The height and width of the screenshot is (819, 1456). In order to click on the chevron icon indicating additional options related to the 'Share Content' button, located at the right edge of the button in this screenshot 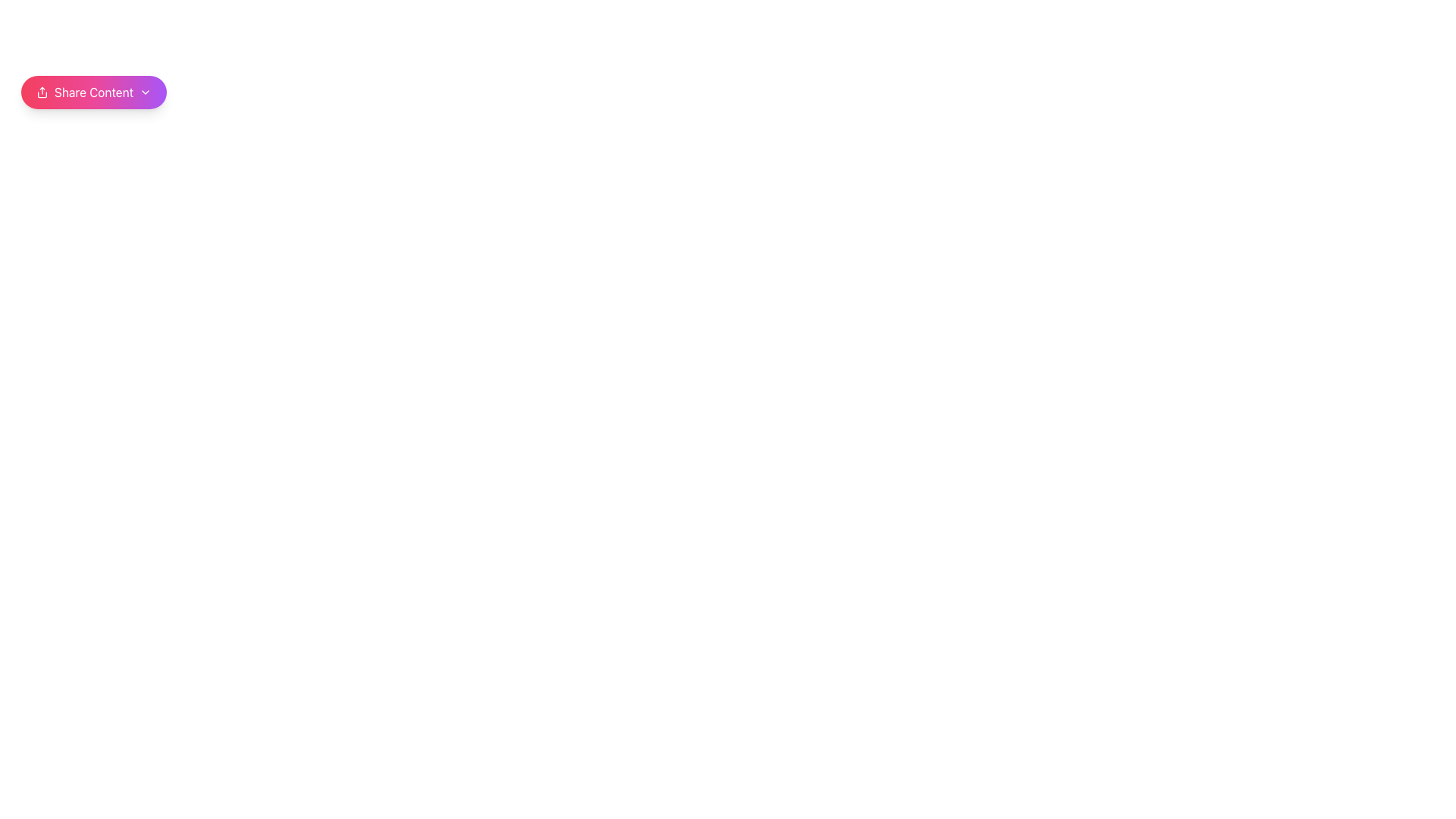, I will do `click(146, 93)`.